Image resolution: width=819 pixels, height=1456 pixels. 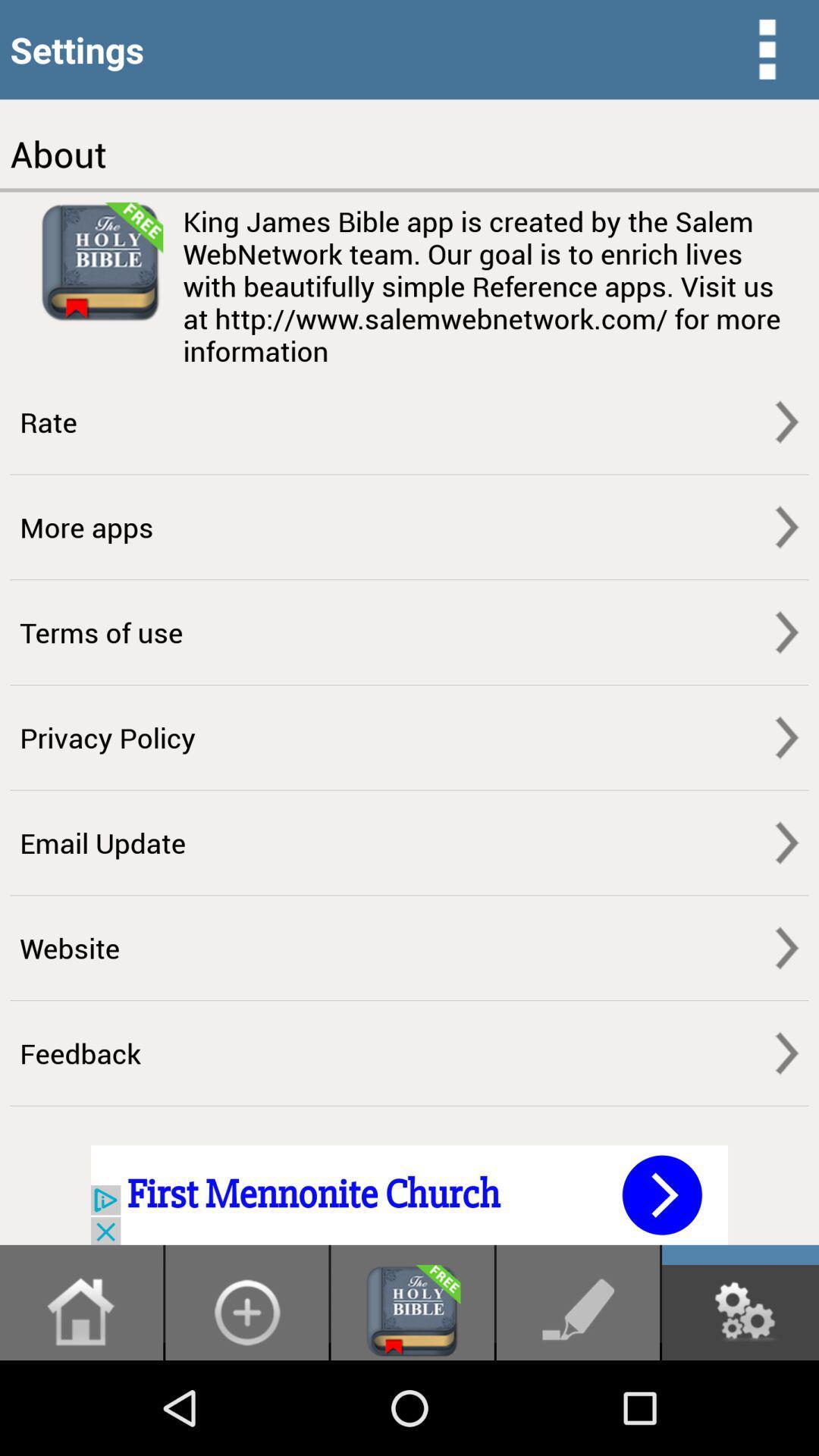 I want to click on the edit icon, so click(x=578, y=1404).